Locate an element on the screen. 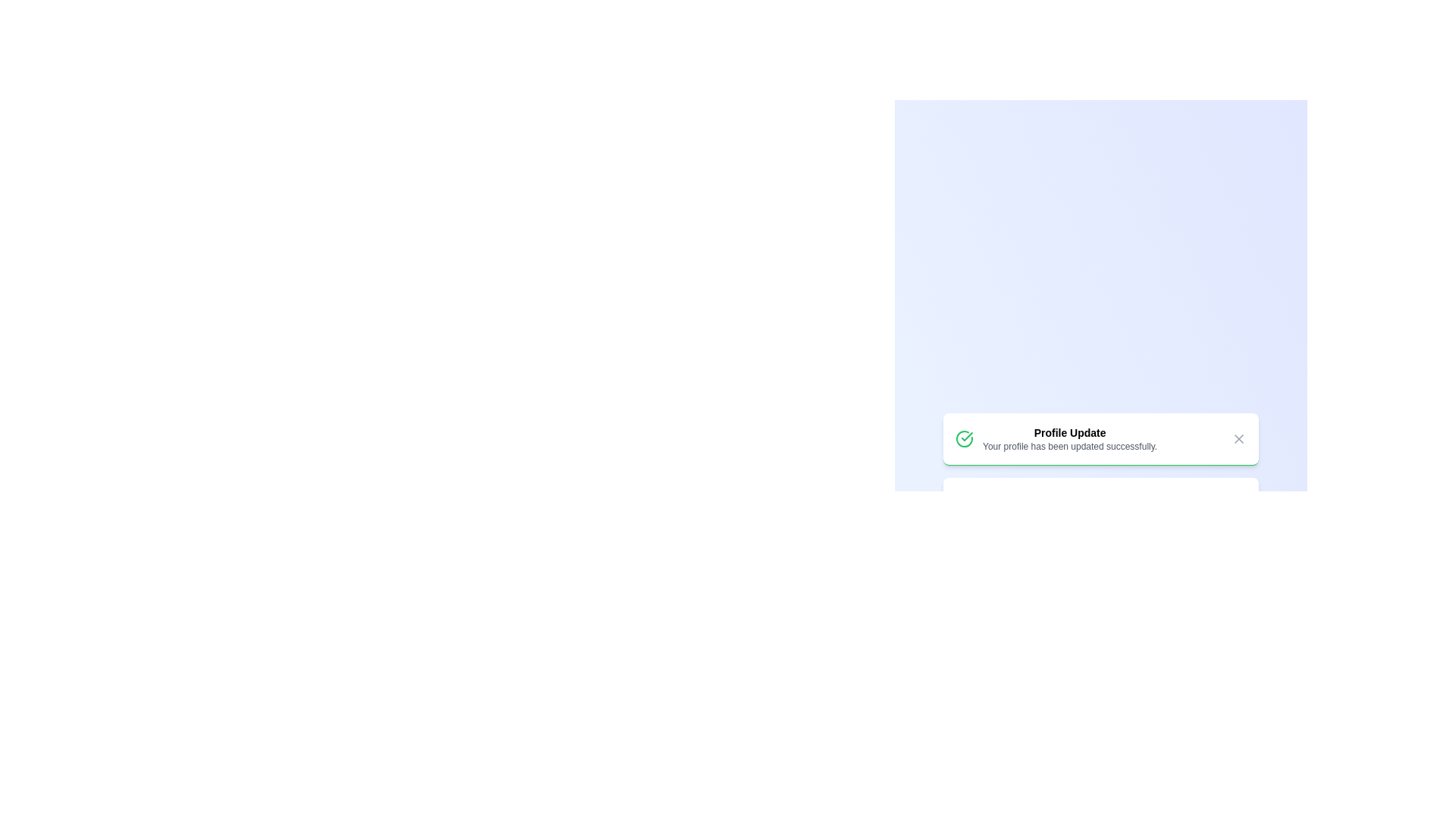 This screenshot has height=819, width=1456. the notification by clicking on the text label that reads 'Your profile has been updated successfully.' is located at coordinates (1069, 445).